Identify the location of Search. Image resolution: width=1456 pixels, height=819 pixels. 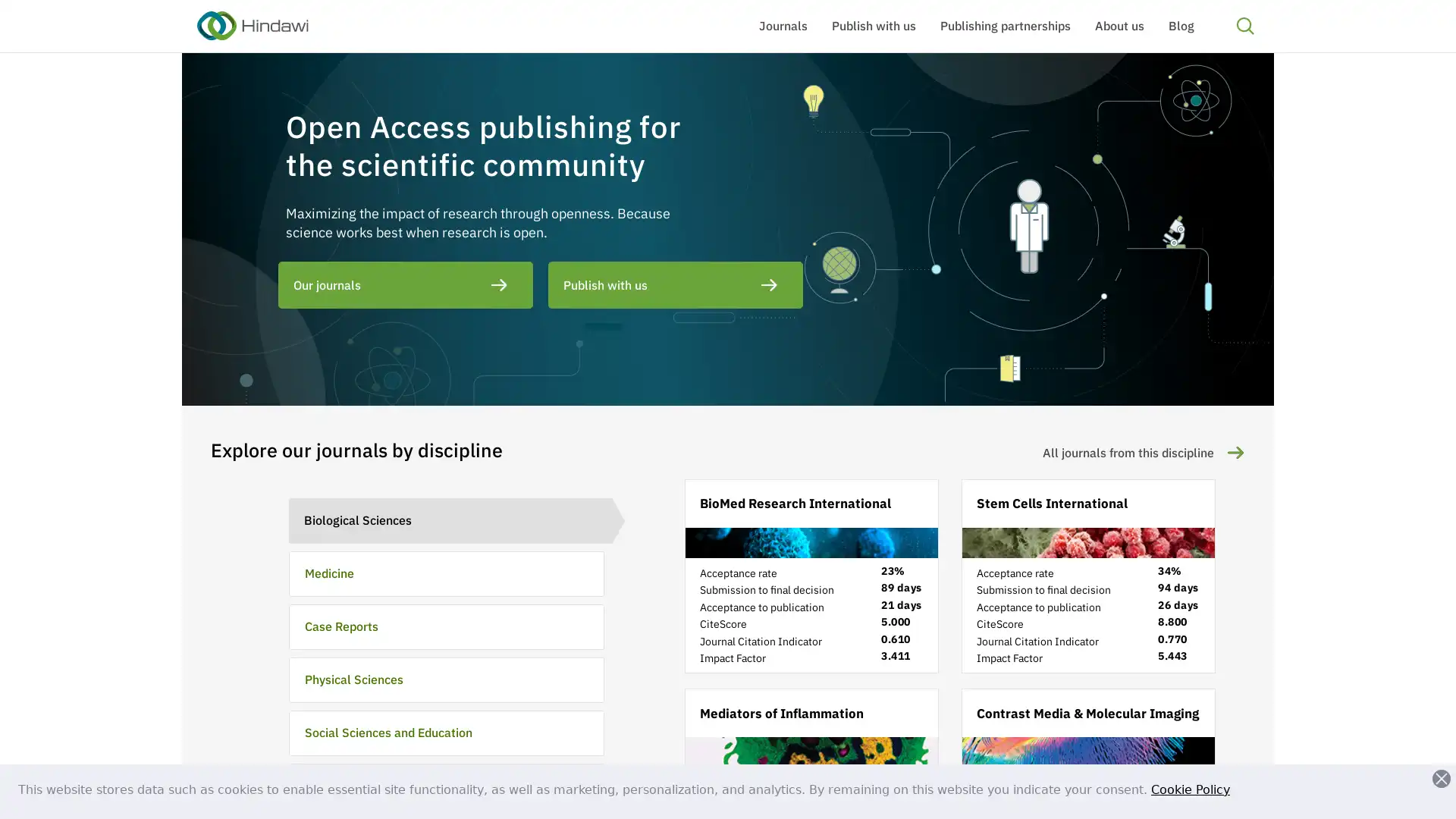
(1244, 26).